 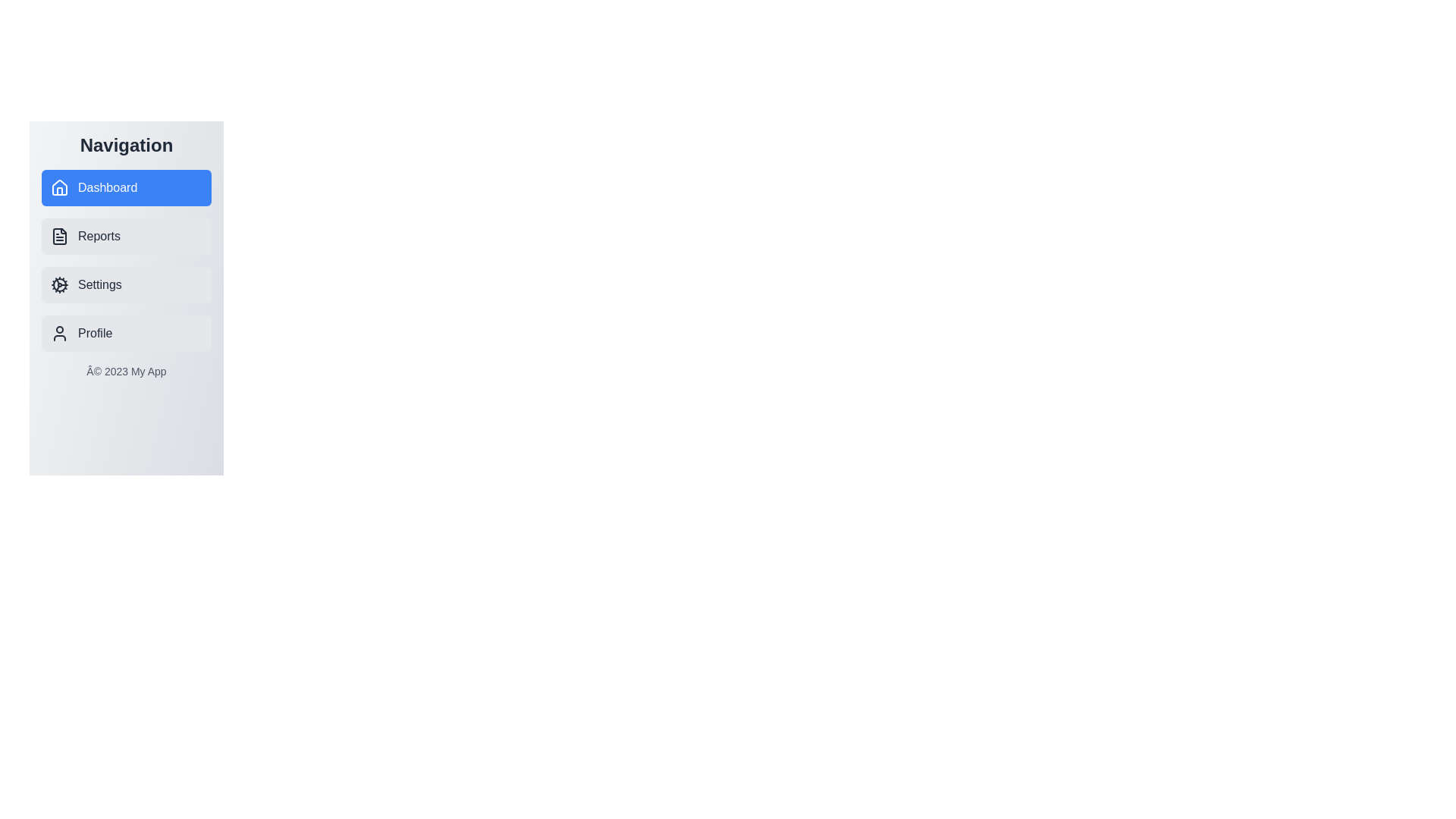 What do you see at coordinates (59, 332) in the screenshot?
I see `the 'Profile' navigation icon located at the beginning of the 'Profile' row in the left-hand side navigation menu` at bounding box center [59, 332].